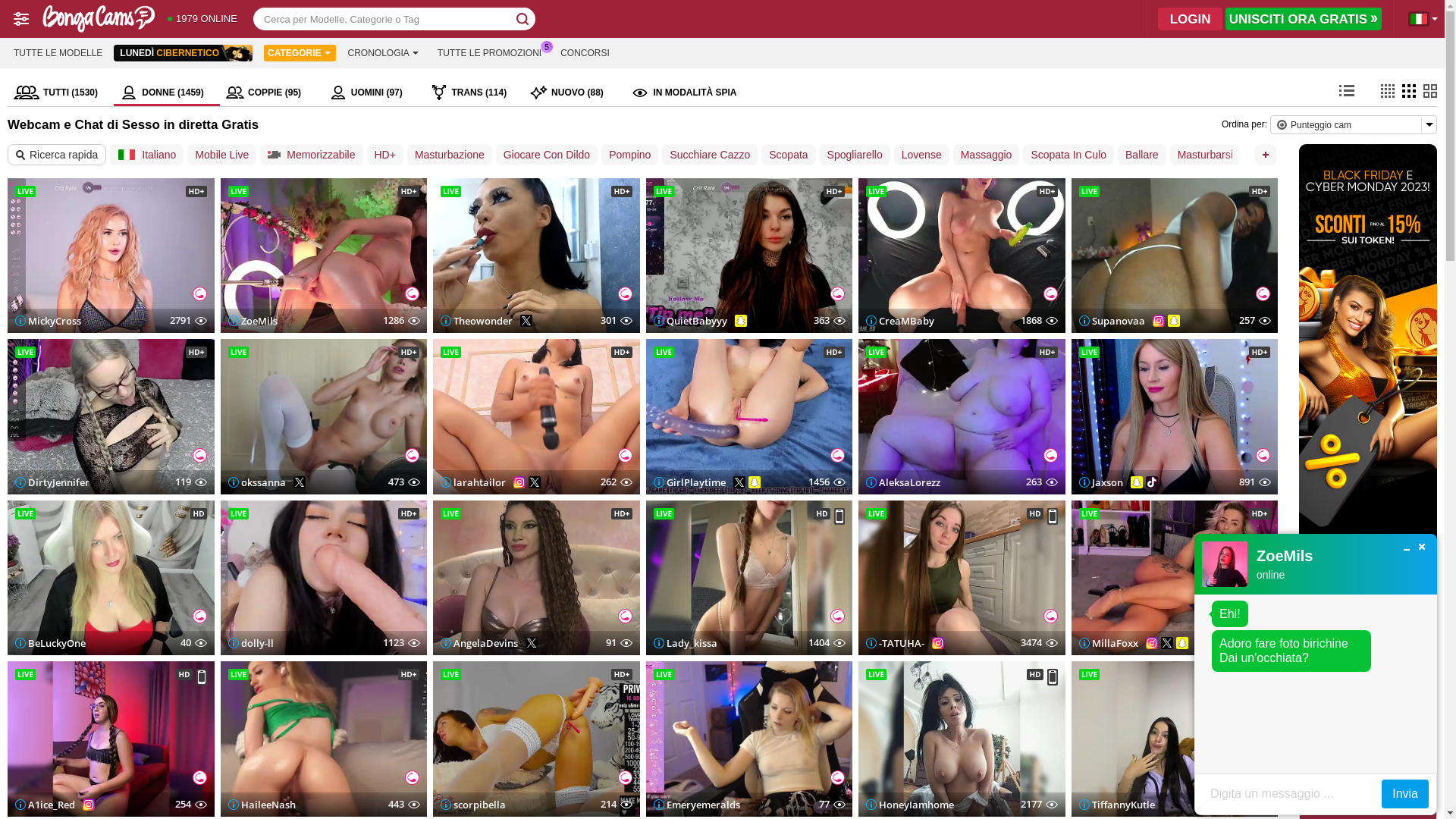 This screenshot has height=819, width=1456. I want to click on 'UNISCITI ORA GRATIS', so click(1302, 18).